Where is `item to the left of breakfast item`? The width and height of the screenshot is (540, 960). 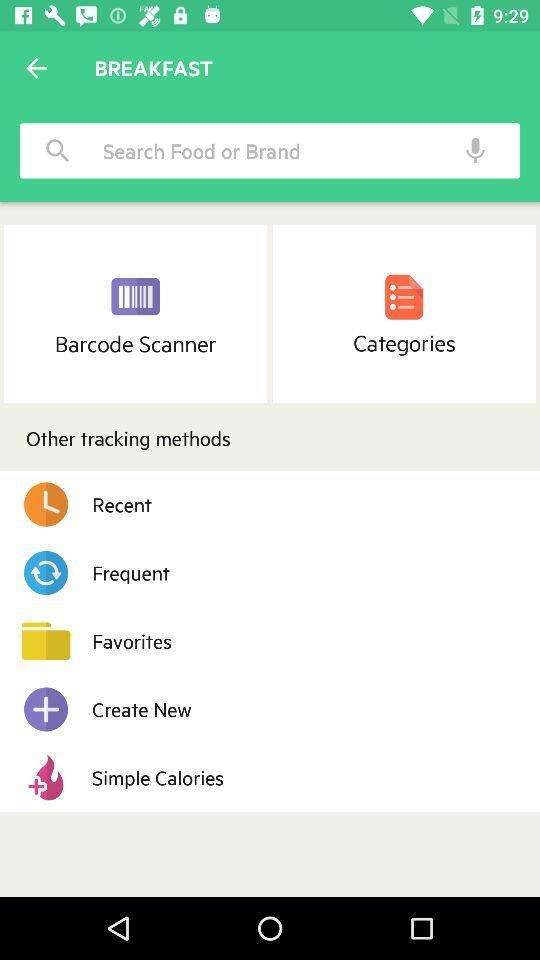
item to the left of breakfast item is located at coordinates (36, 68).